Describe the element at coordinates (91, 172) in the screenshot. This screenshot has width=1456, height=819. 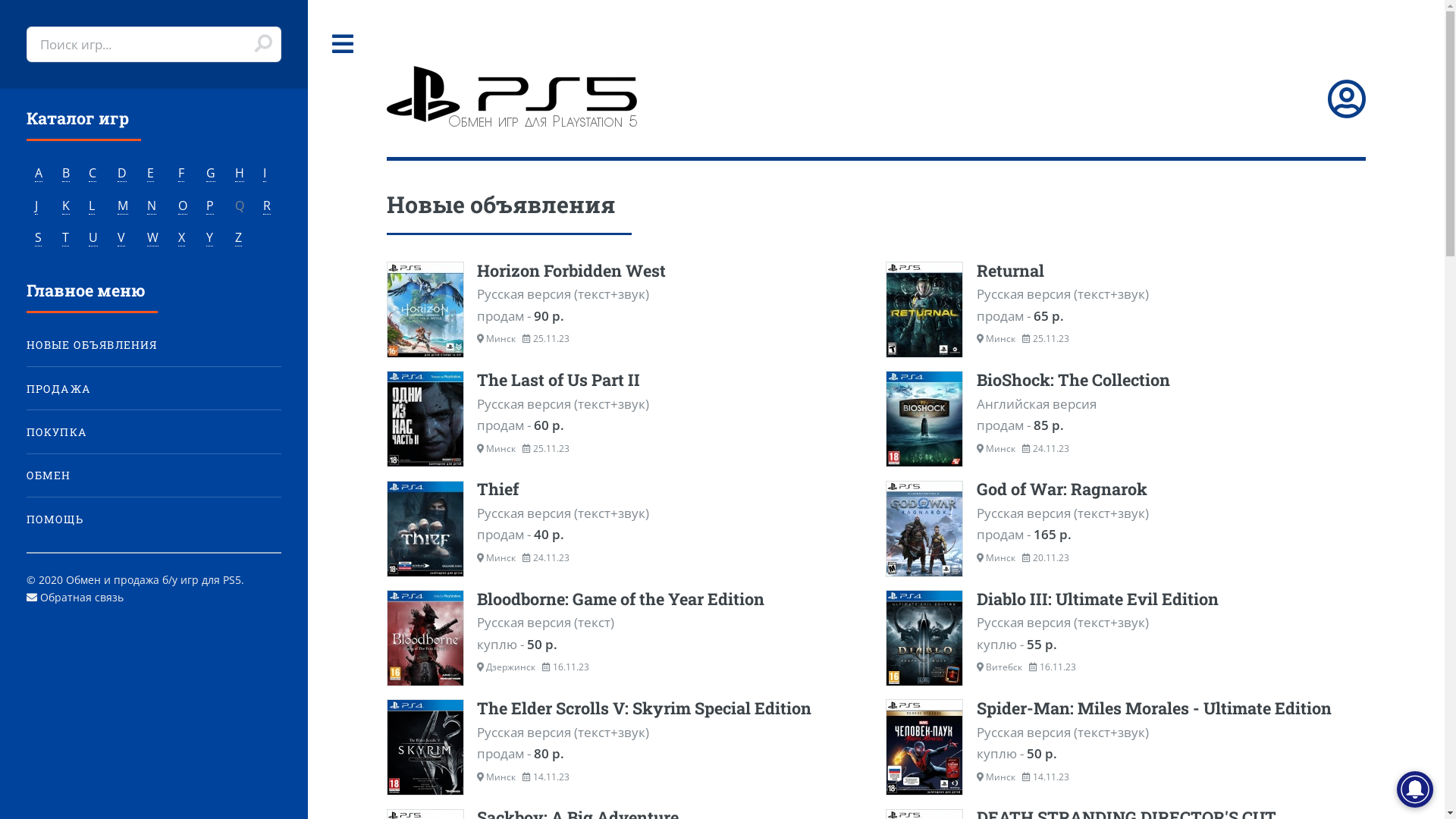
I see `'C'` at that location.